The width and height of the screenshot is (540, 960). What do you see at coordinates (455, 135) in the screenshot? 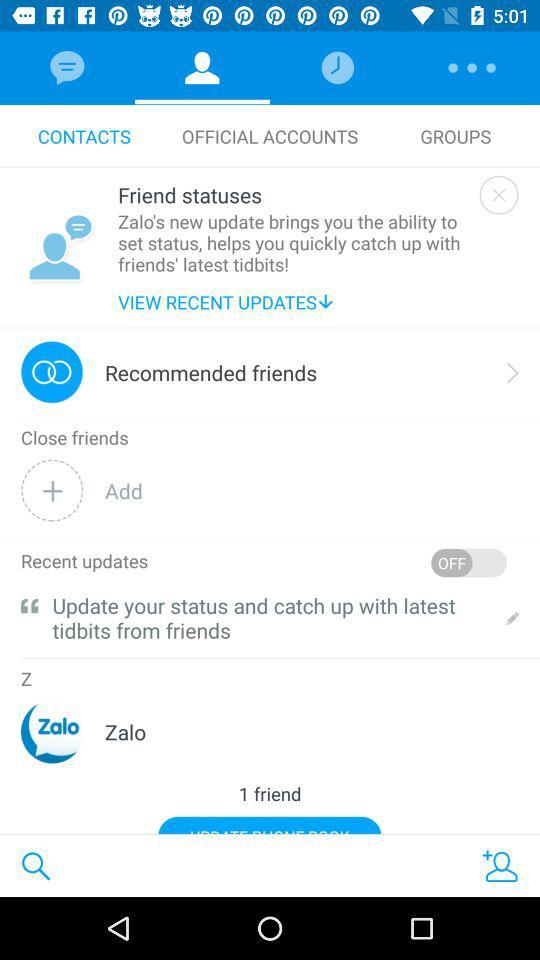
I see `icon next to the official accounts item` at bounding box center [455, 135].